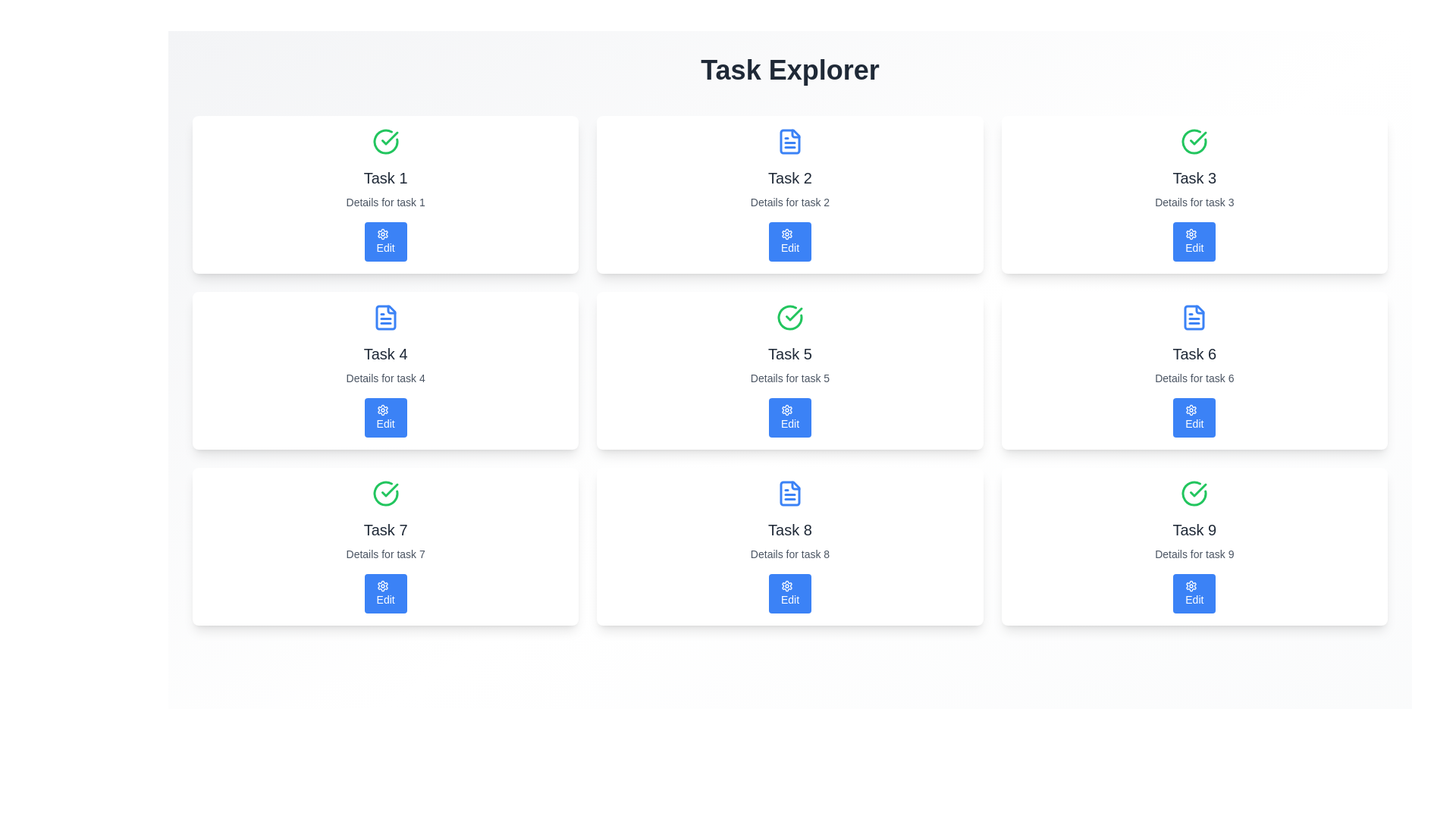 This screenshot has height=819, width=1456. What do you see at coordinates (1194, 241) in the screenshot?
I see `the blue rounded button labeled 'Edit' with a gear icon located at the bottom part of the card for 'Task 3'` at bounding box center [1194, 241].